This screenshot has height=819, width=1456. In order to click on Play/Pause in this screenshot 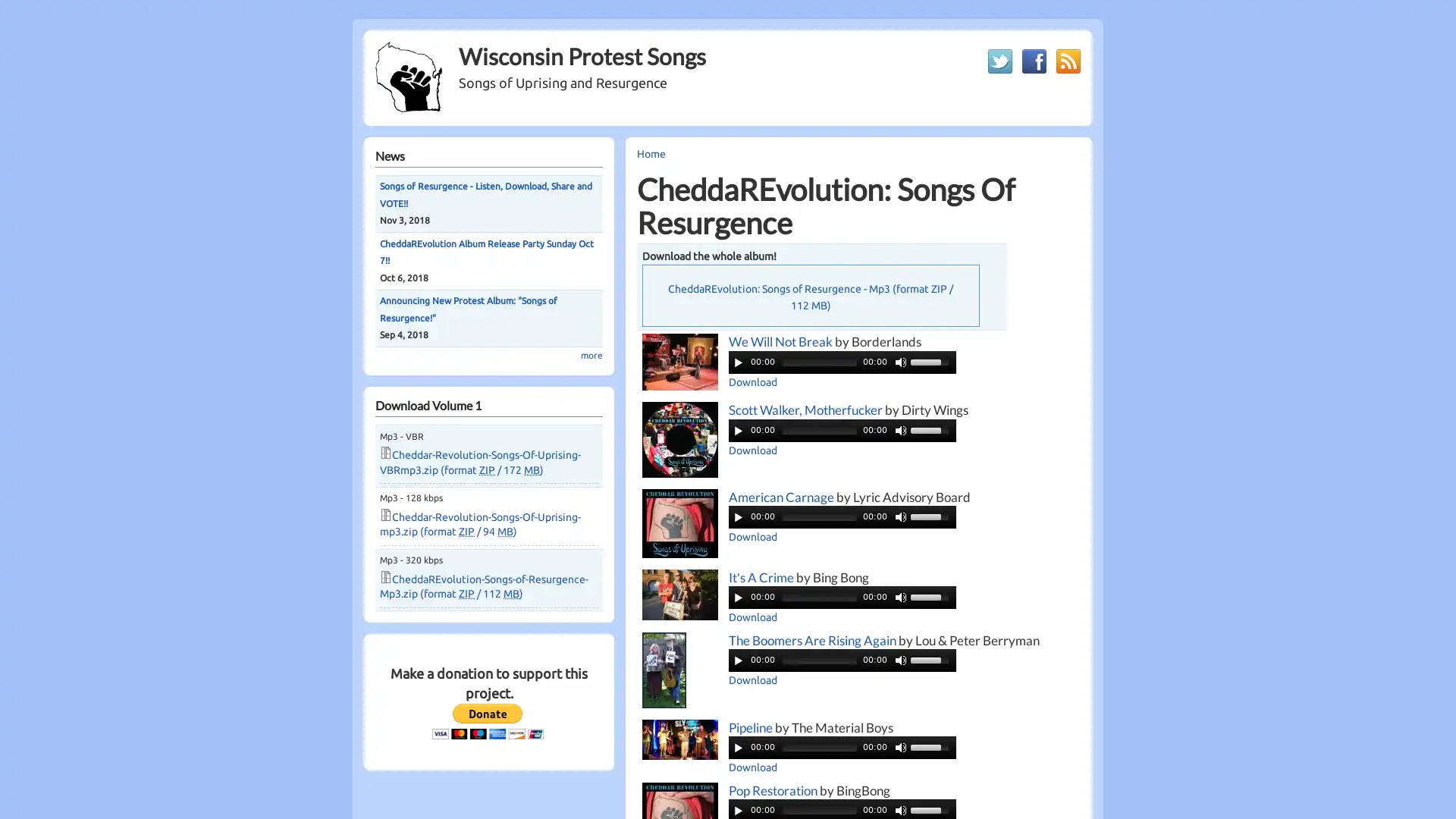, I will do `click(739, 745)`.